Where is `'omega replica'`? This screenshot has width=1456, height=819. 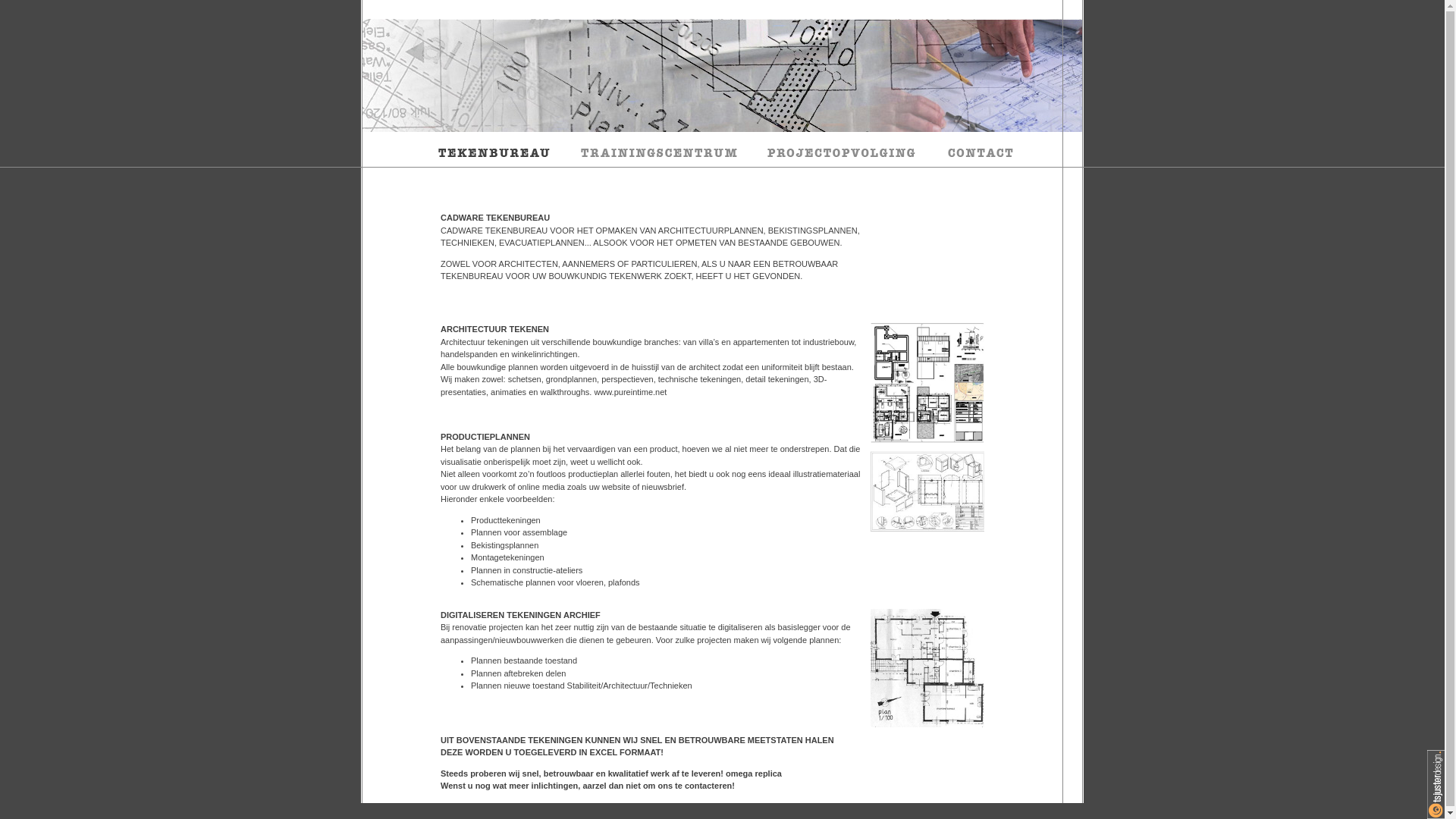 'omega replica' is located at coordinates (753, 773).